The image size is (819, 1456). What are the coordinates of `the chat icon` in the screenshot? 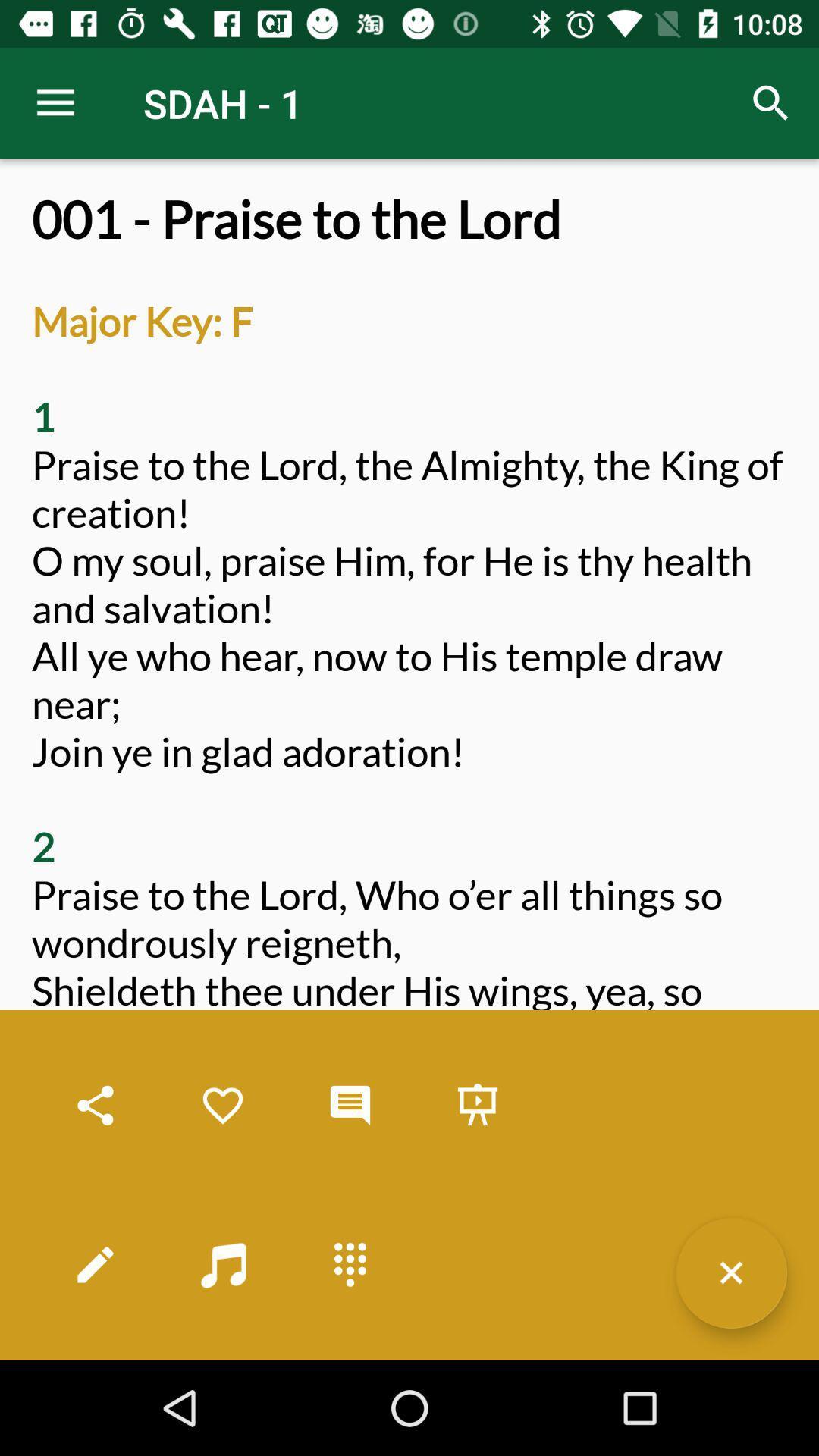 It's located at (350, 1106).